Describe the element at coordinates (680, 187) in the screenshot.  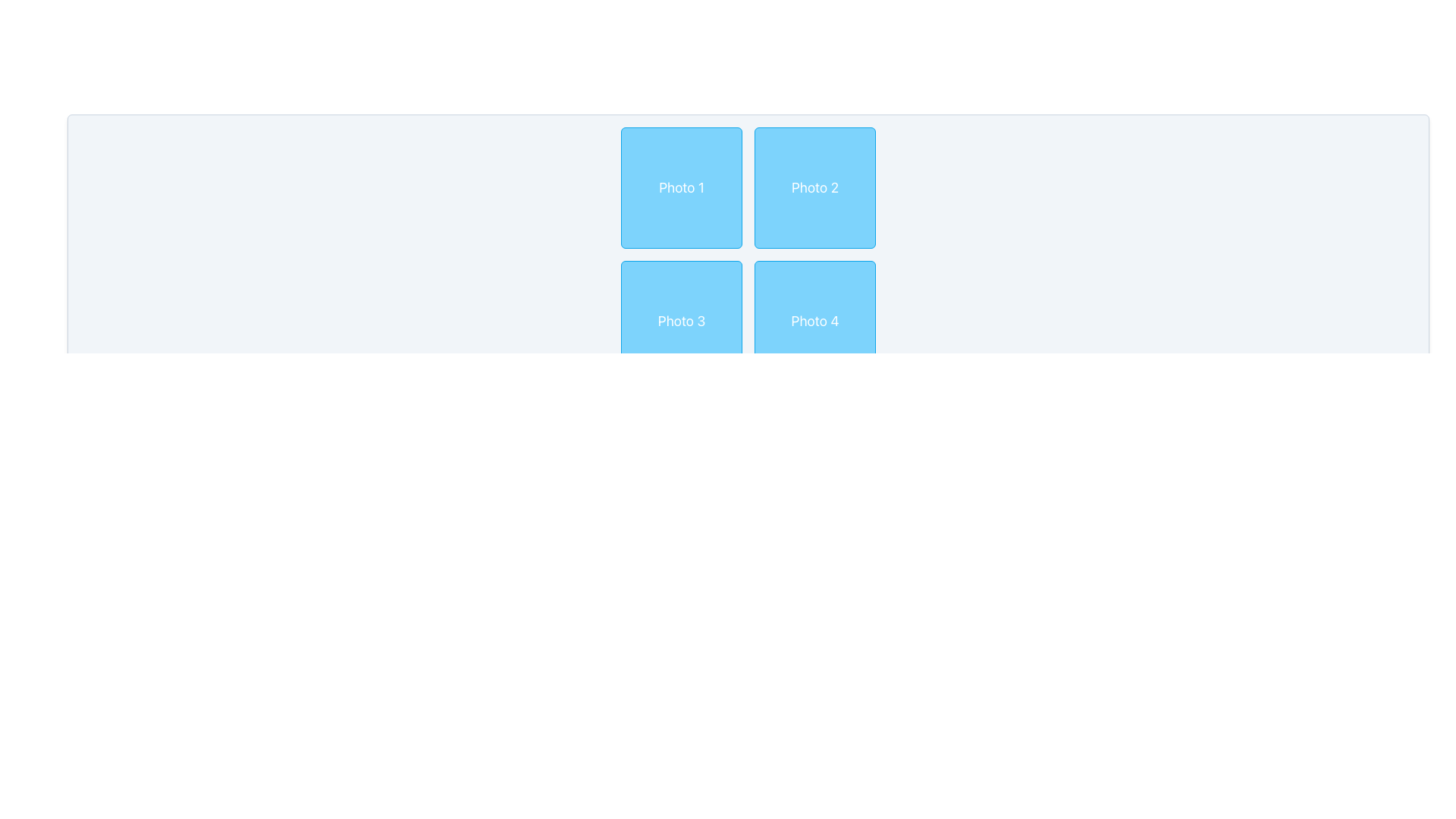
I see `the visual placeholder labeled 'Photo 1', which is the first item in a 2x2 grid layout located at the top-left corner of the grid` at that location.